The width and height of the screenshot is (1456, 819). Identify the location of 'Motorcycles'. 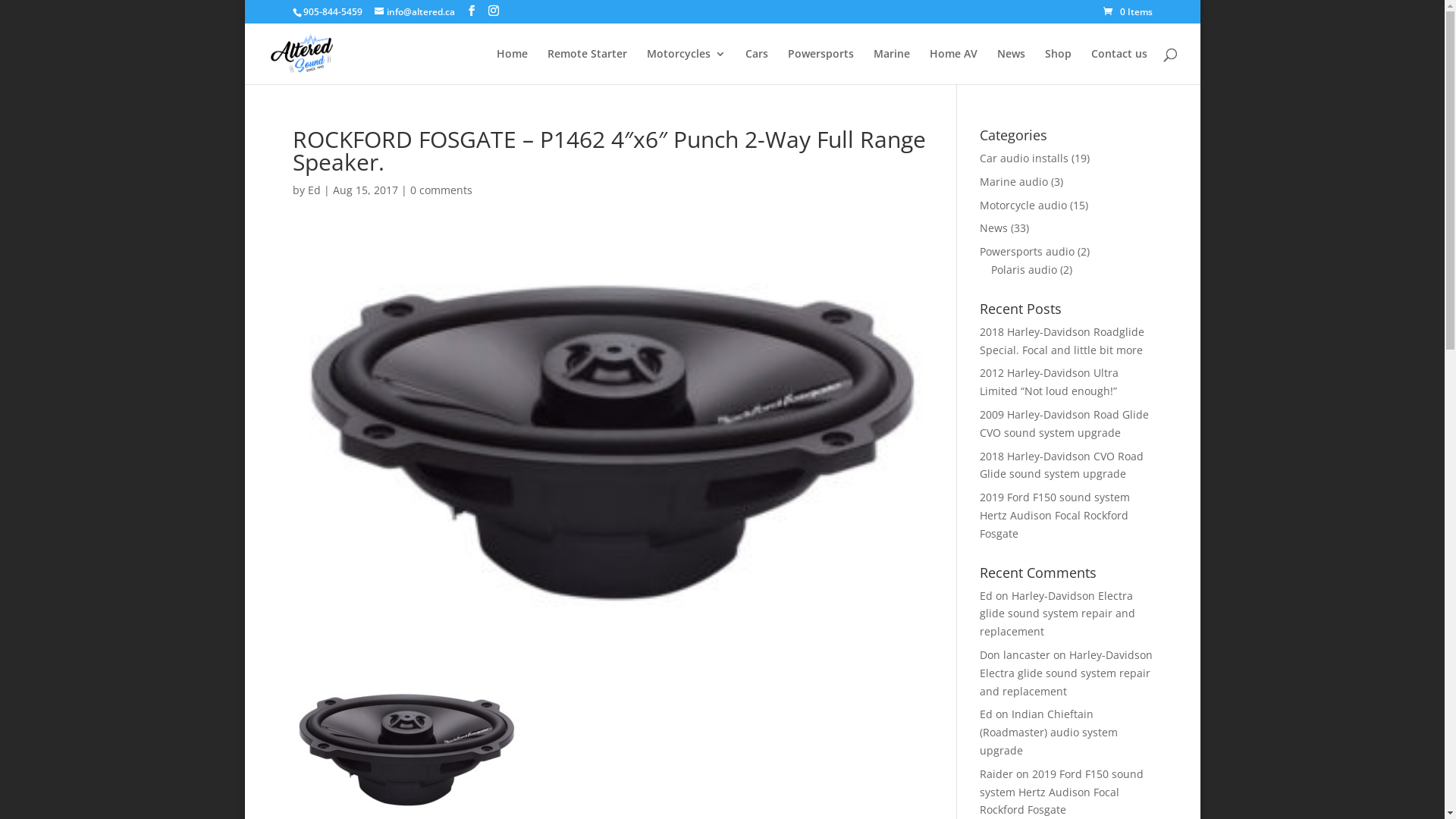
(684, 65).